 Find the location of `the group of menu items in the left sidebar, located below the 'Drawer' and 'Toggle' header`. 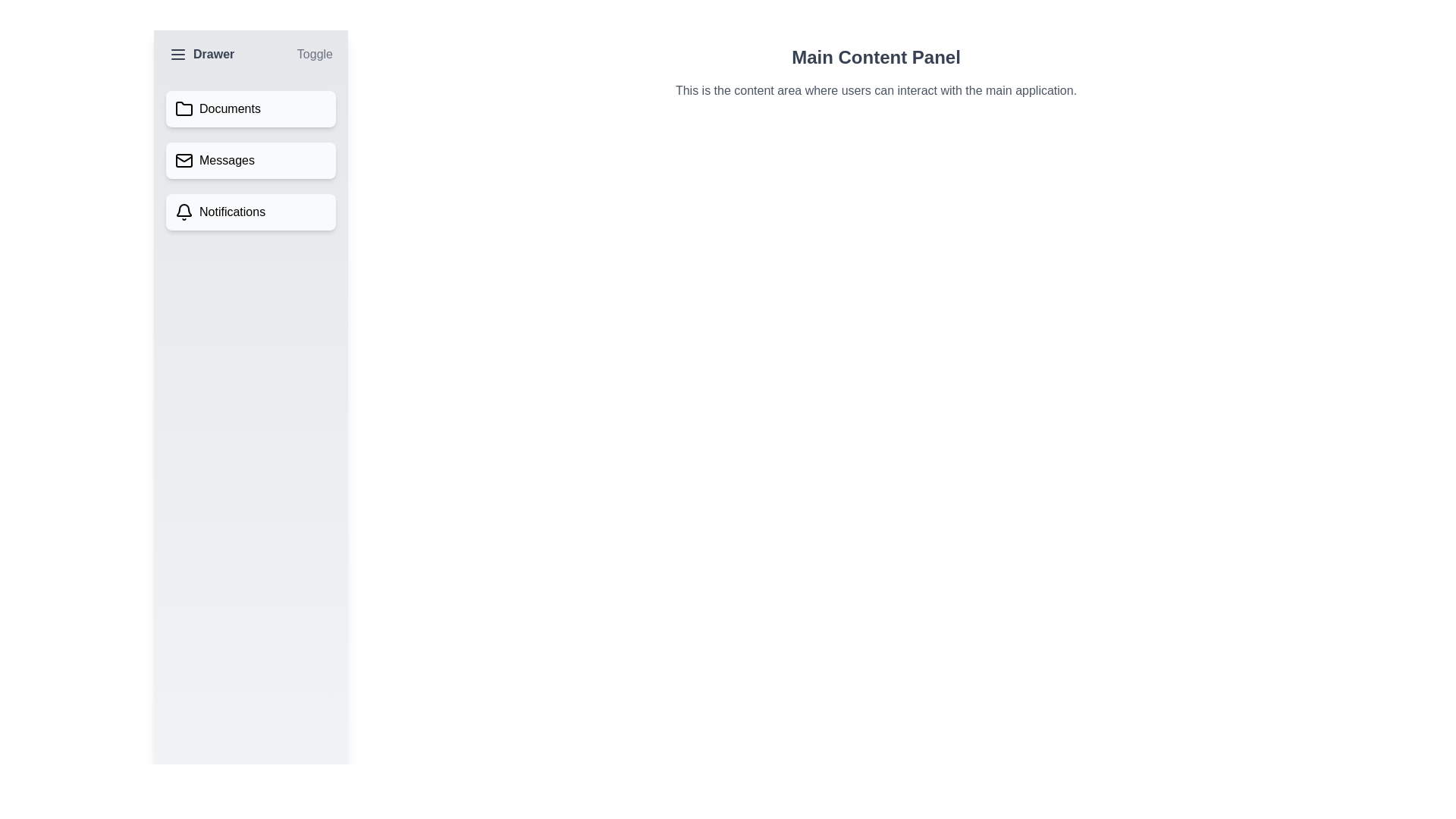

the group of menu items in the left sidebar, located below the 'Drawer' and 'Toggle' header is located at coordinates (251, 161).